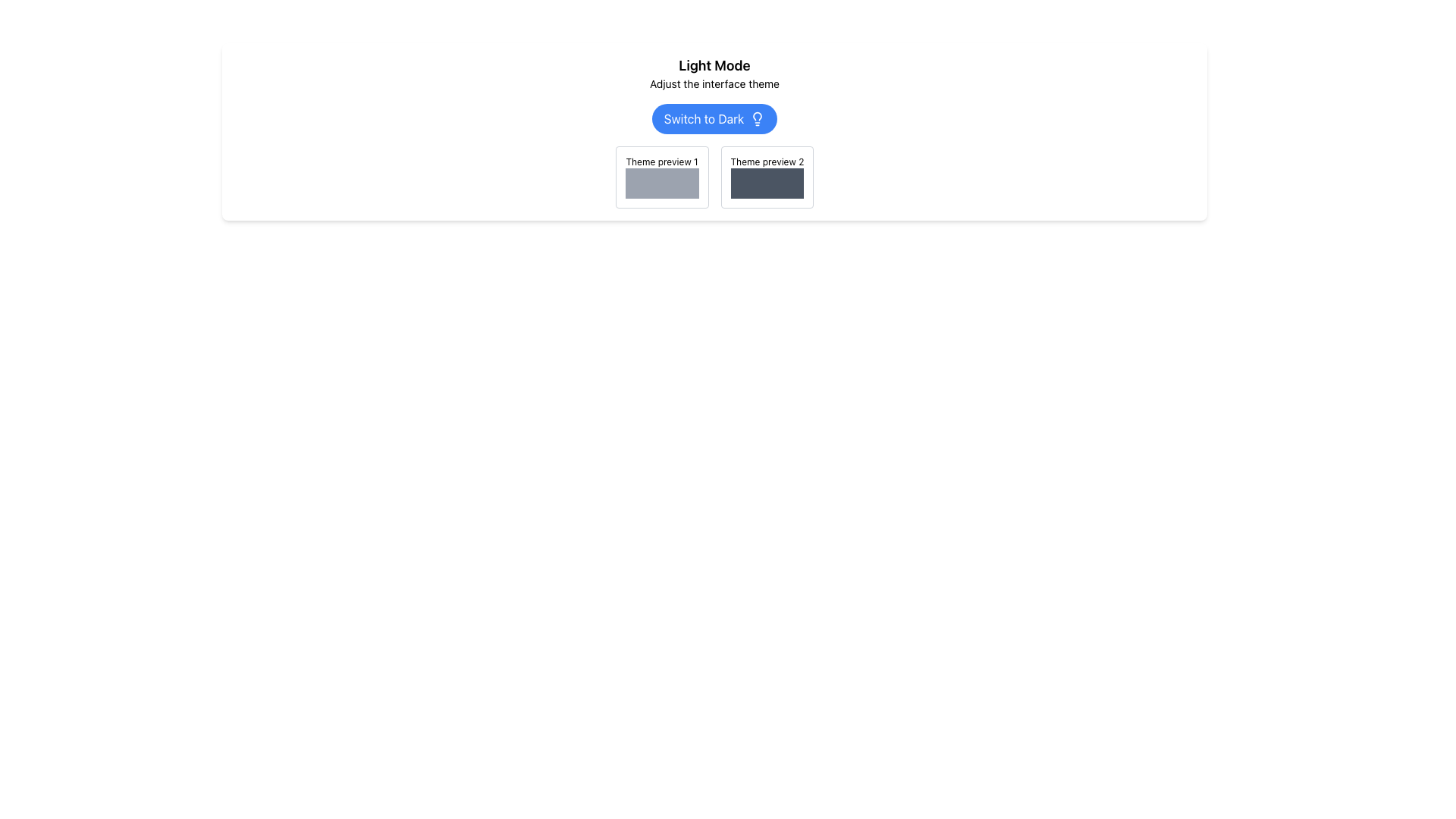 This screenshot has width=1456, height=819. Describe the element at coordinates (714, 118) in the screenshot. I see `the button that toggles the interface theme to dark mode, located under the header 'Light Mode' with the subtext 'Adjust the interface theme'` at that location.